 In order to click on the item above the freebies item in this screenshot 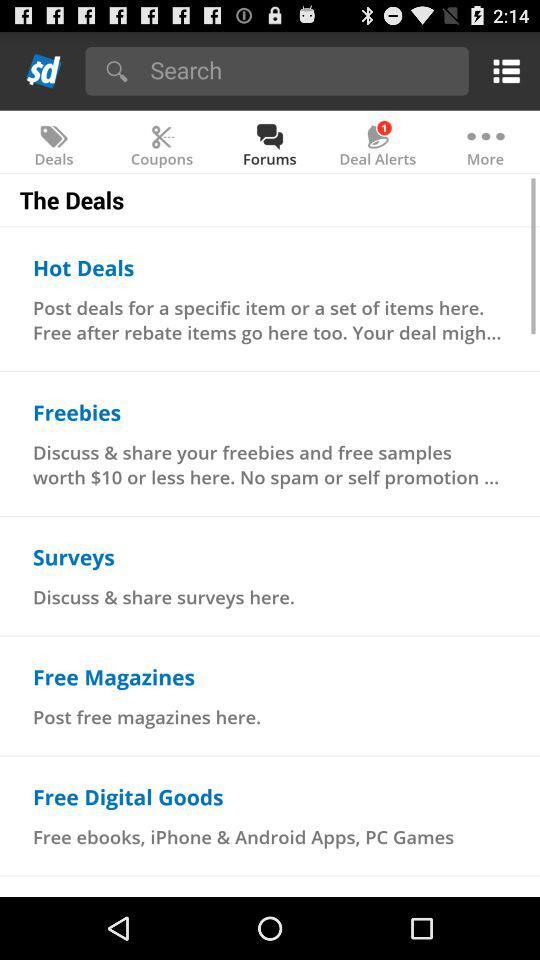, I will do `click(270, 319)`.